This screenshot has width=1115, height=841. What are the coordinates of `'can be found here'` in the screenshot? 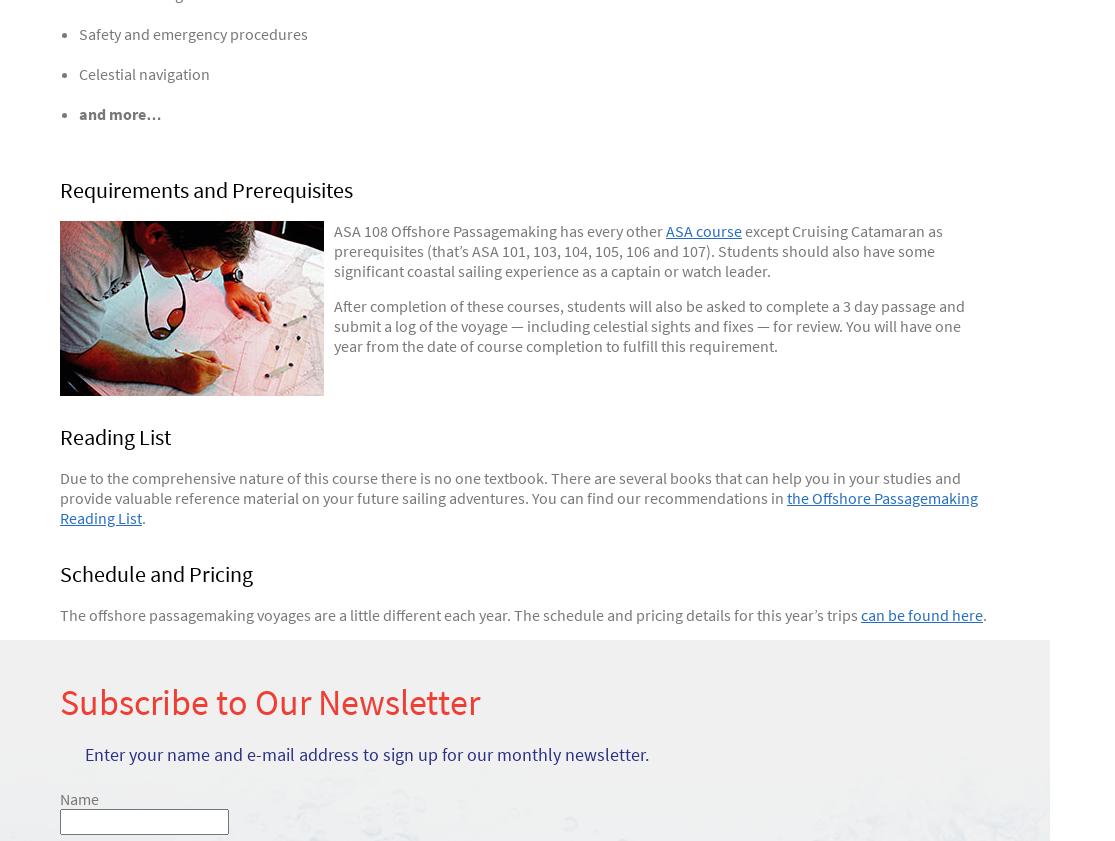 It's located at (921, 615).